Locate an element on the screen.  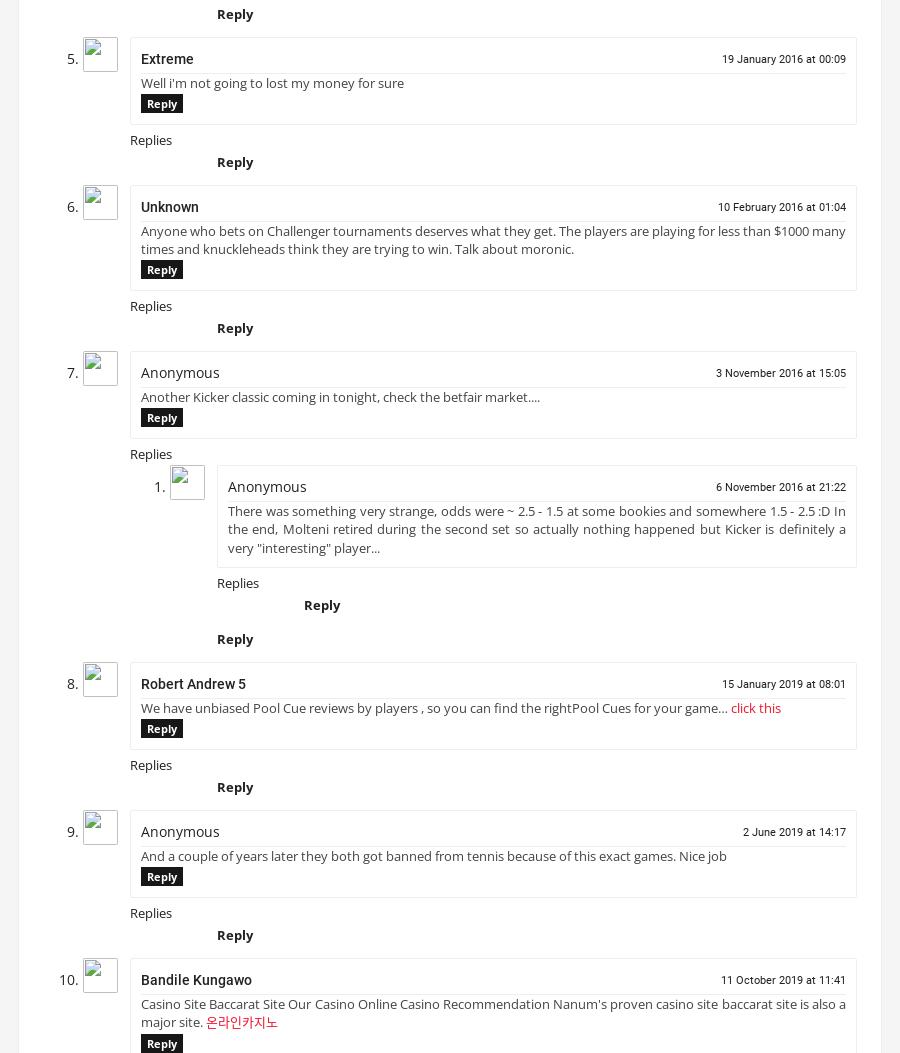
'6 November 2016 at 21:22' is located at coordinates (780, 495).